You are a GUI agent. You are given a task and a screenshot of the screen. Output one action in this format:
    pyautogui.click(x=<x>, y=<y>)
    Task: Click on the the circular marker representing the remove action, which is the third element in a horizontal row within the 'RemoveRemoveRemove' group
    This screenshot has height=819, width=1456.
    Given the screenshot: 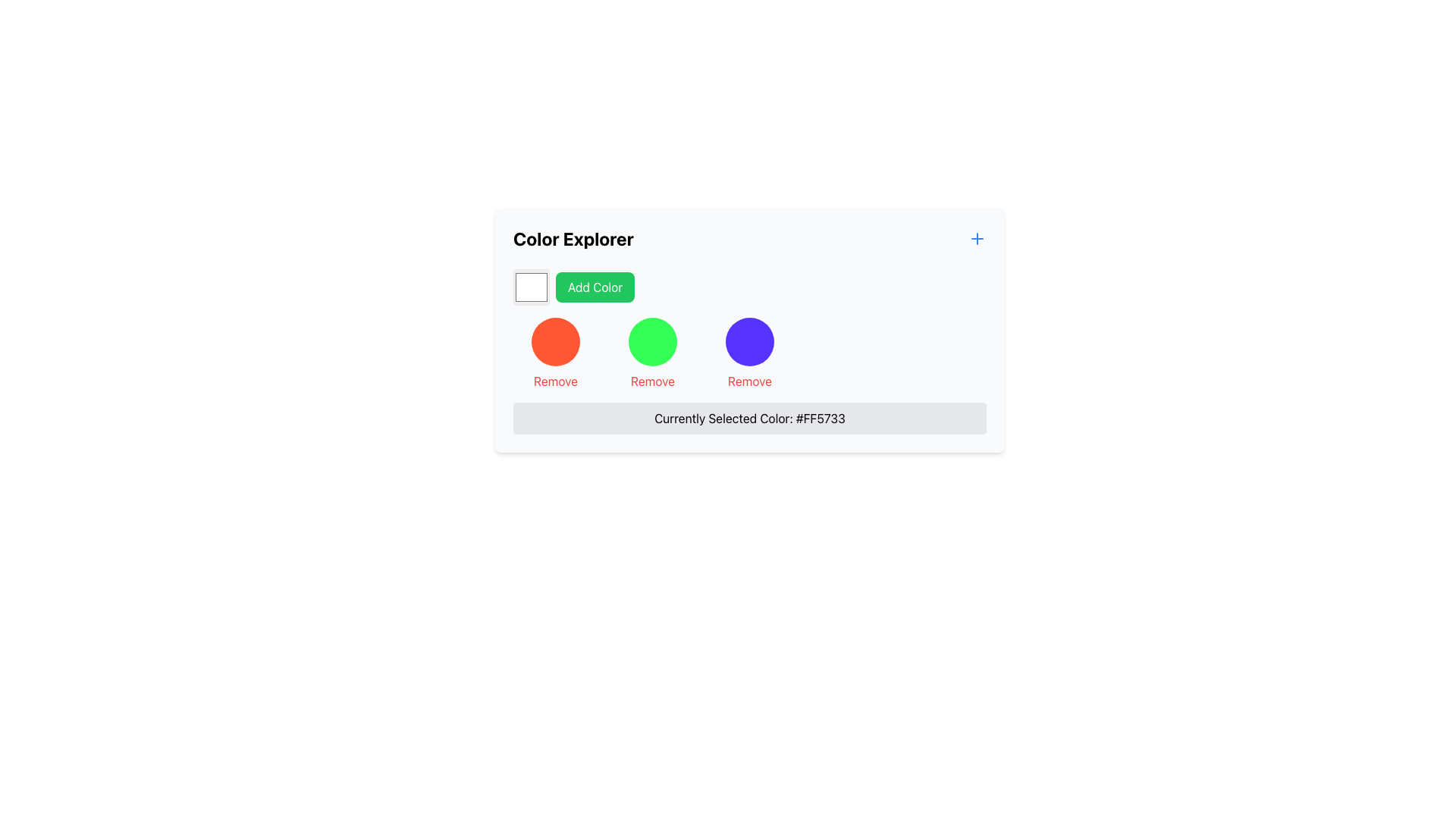 What is the action you would take?
    pyautogui.click(x=749, y=353)
    